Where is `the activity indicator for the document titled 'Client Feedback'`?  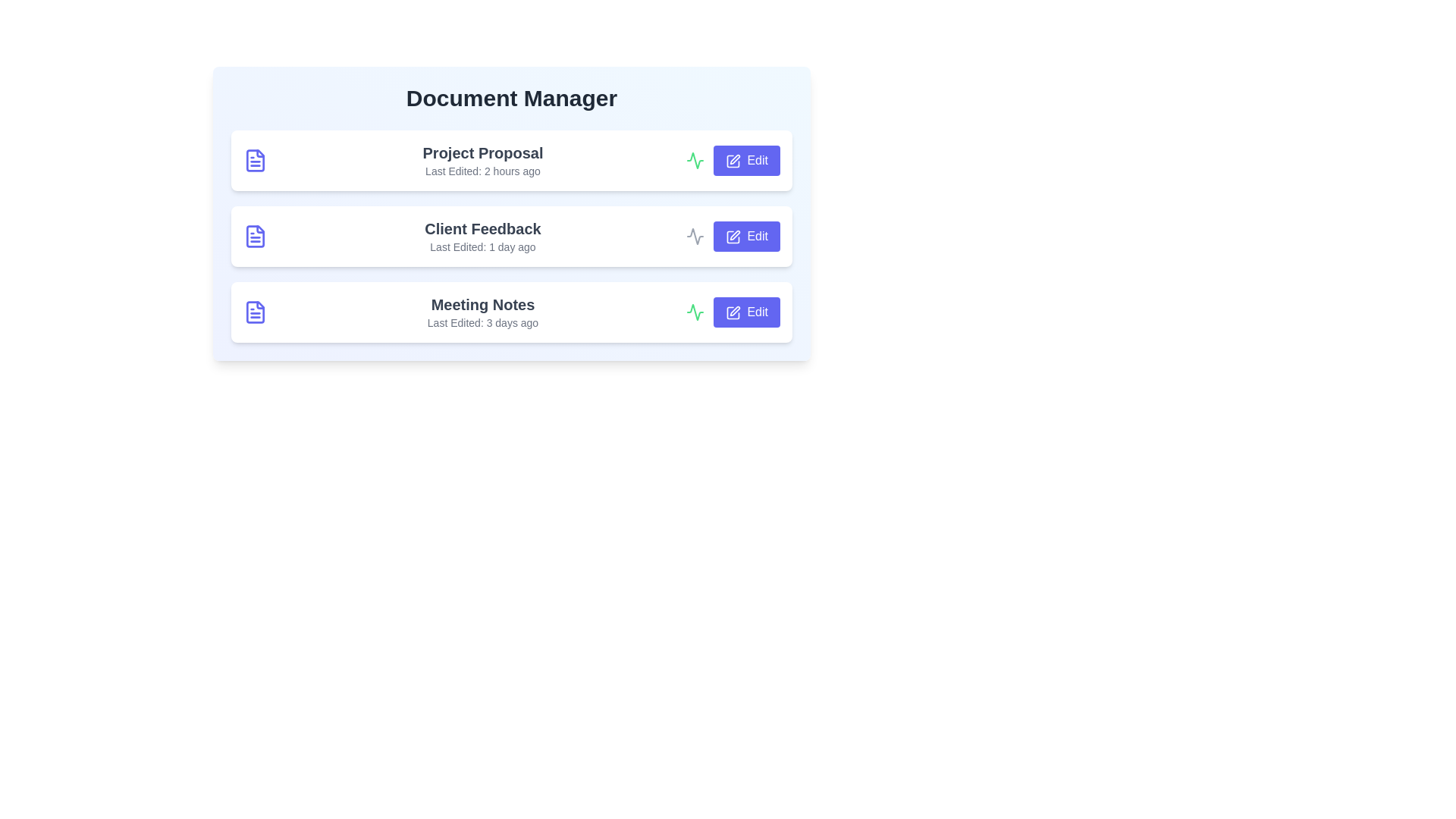
the activity indicator for the document titled 'Client Feedback' is located at coordinates (694, 237).